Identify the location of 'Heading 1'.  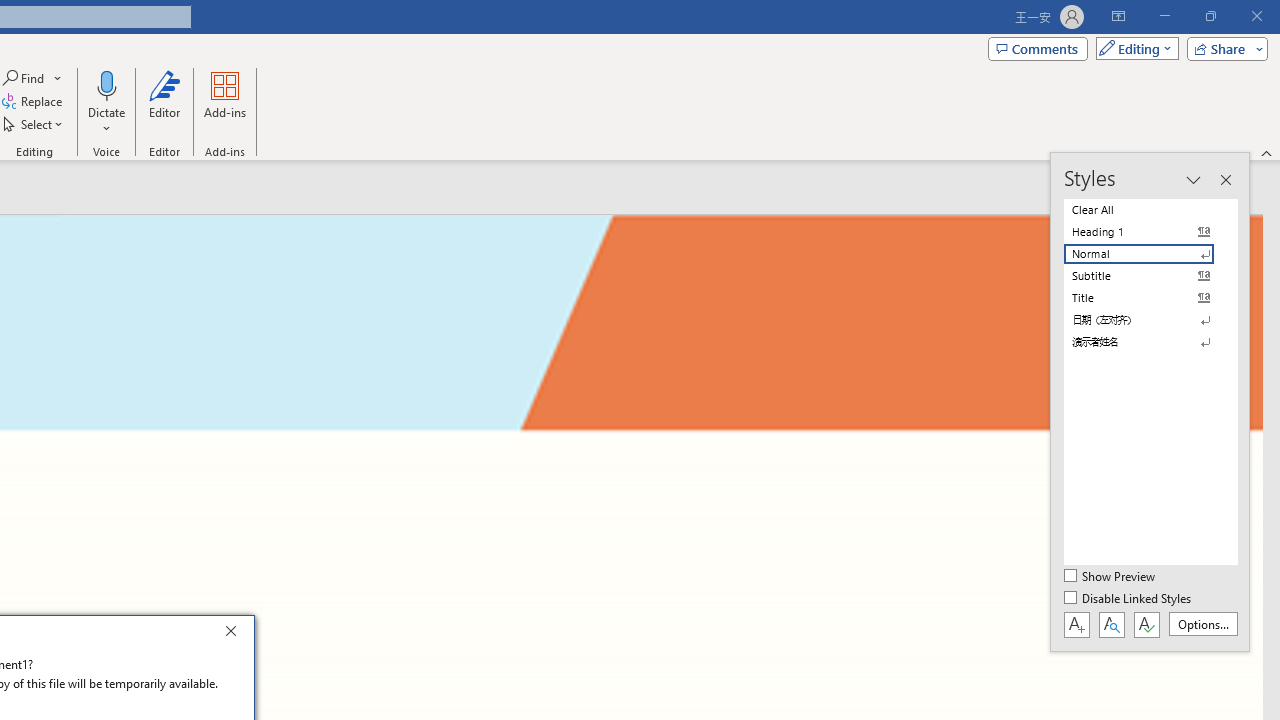
(1150, 231).